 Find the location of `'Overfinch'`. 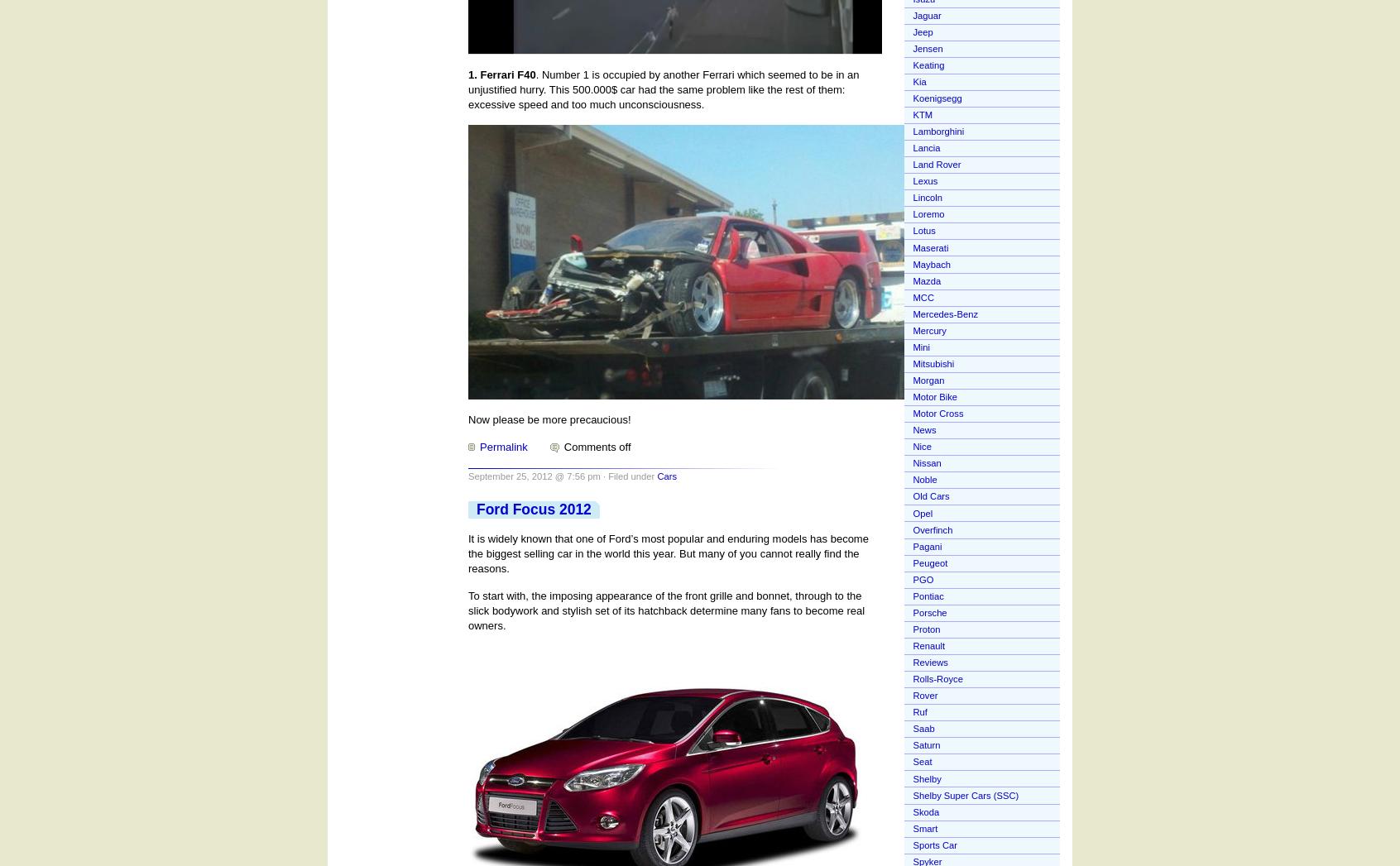

'Overfinch' is located at coordinates (933, 529).